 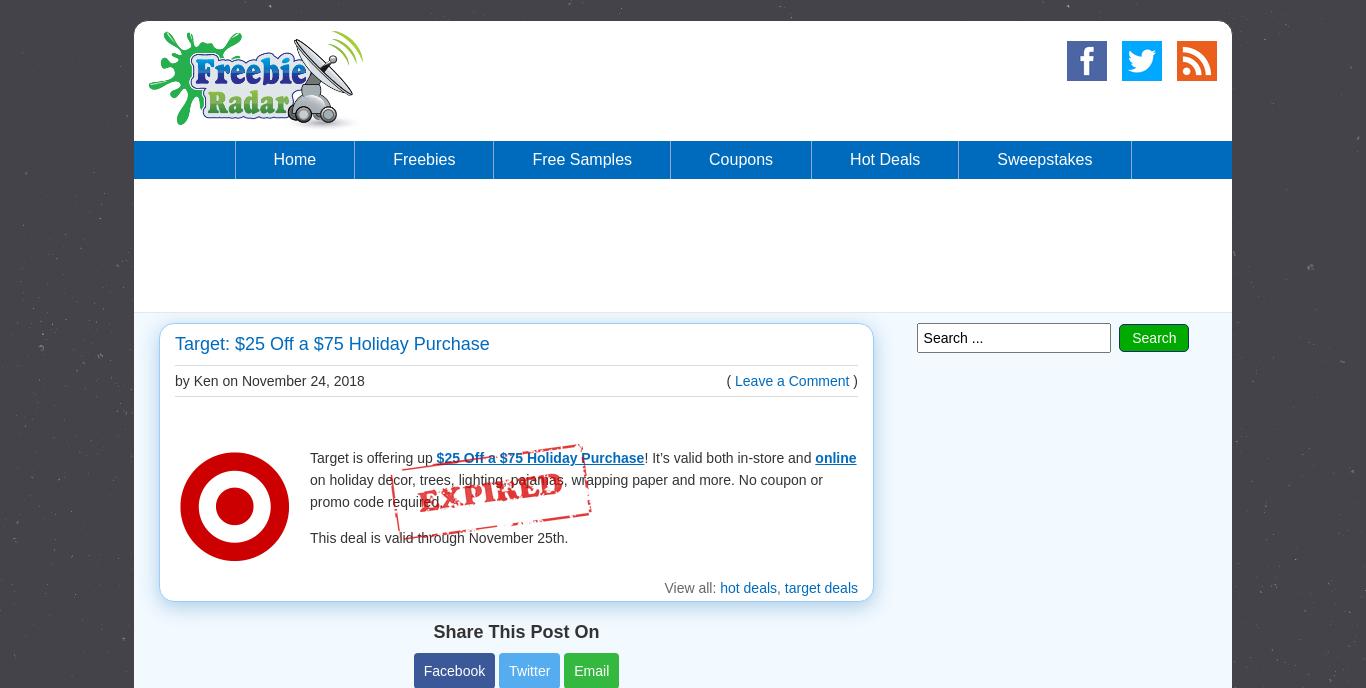 I want to click on 'Free Samples', so click(x=532, y=158).